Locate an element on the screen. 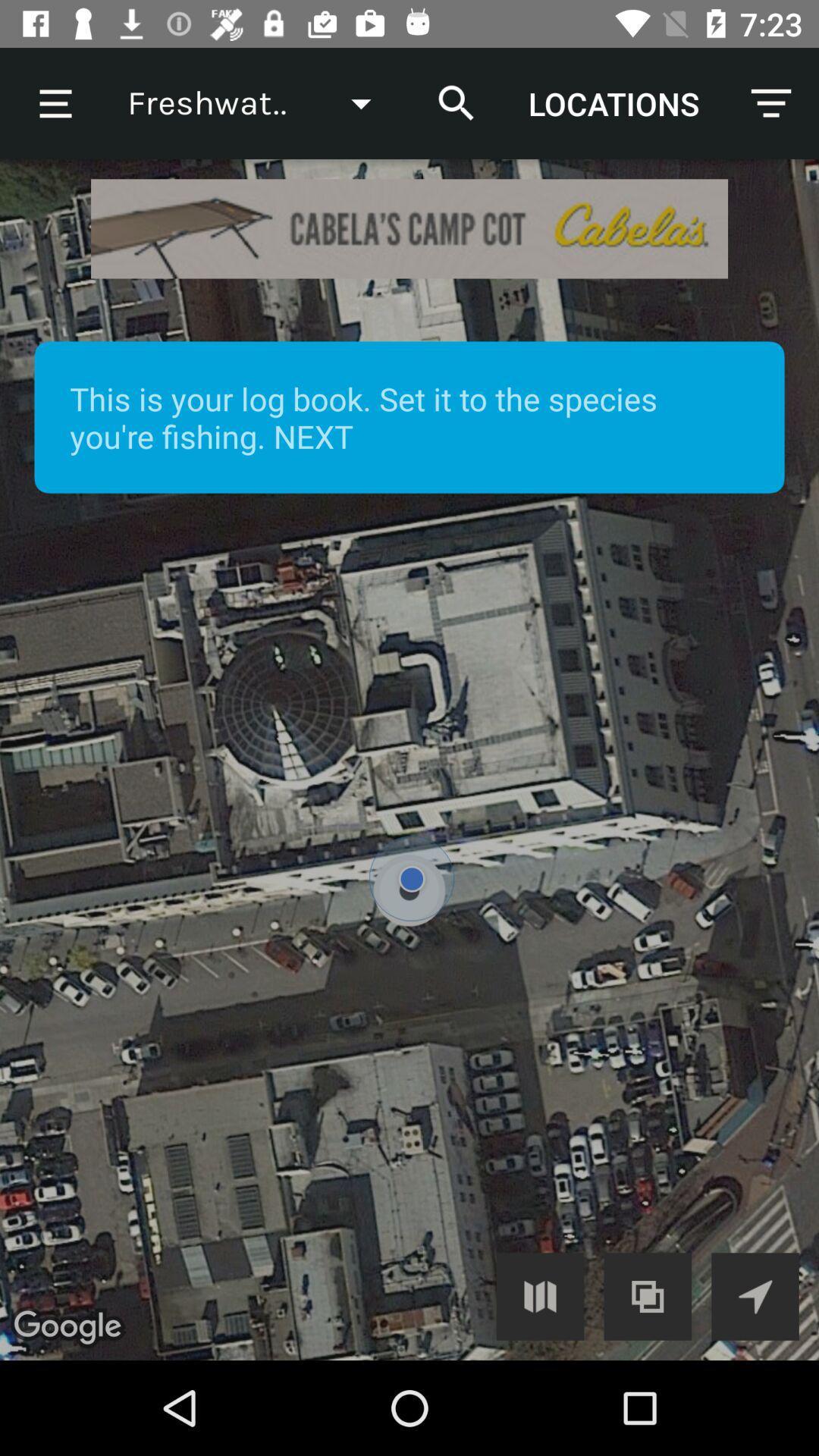  compass needle pointing north is located at coordinates (755, 1295).